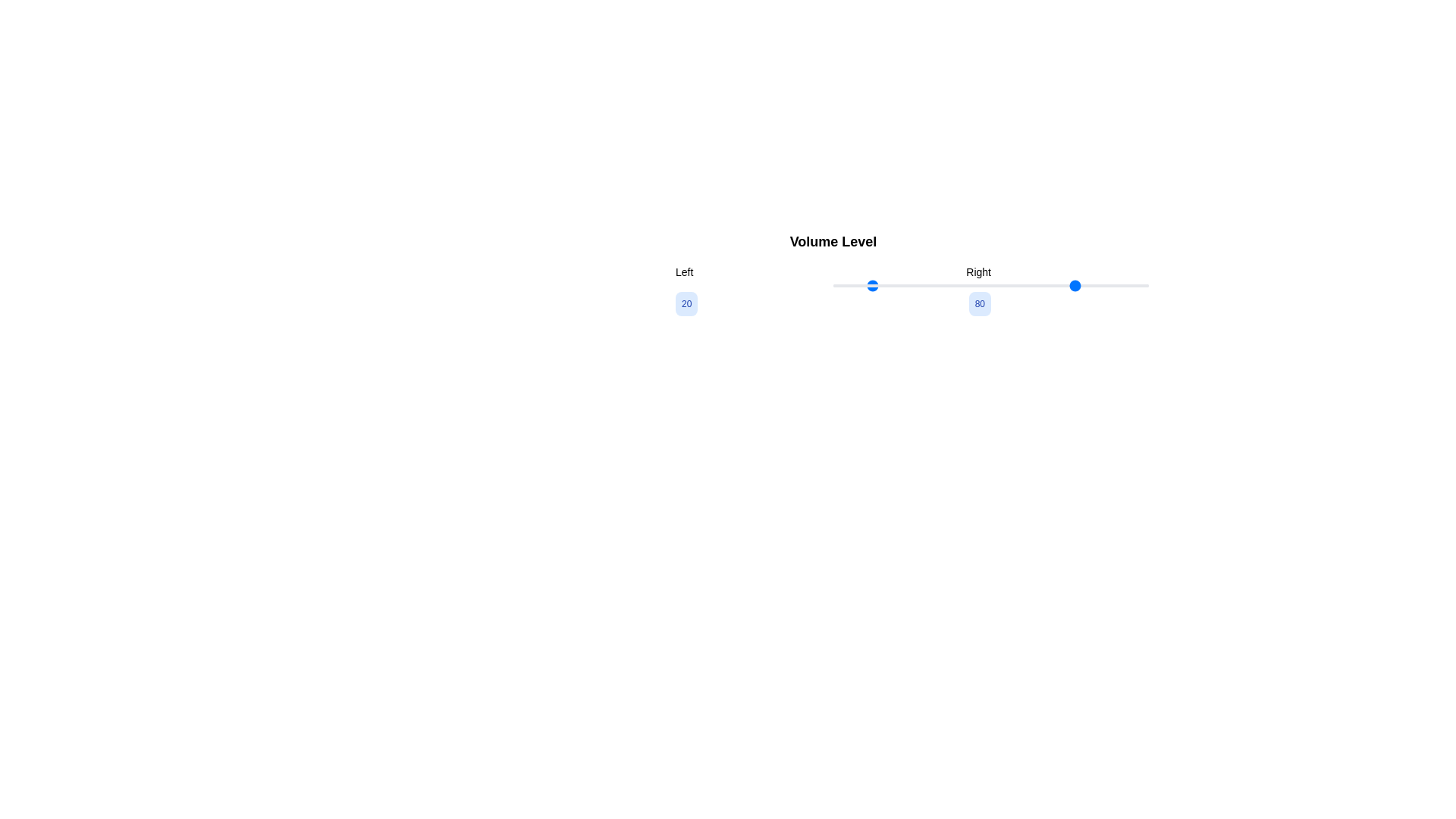 Image resolution: width=1456 pixels, height=819 pixels. What do you see at coordinates (879, 286) in the screenshot?
I see `the slider value` at bounding box center [879, 286].